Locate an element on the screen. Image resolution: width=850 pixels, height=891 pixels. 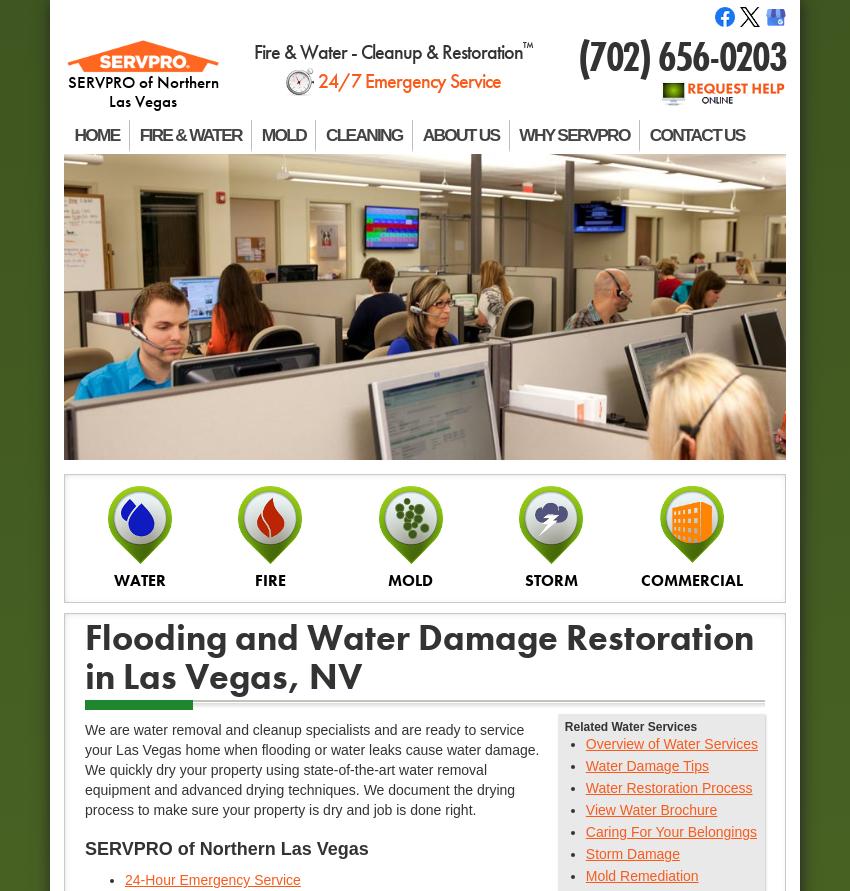
'Flooding and Water Damage Restoration in Las Vegas, NV' is located at coordinates (419, 656).